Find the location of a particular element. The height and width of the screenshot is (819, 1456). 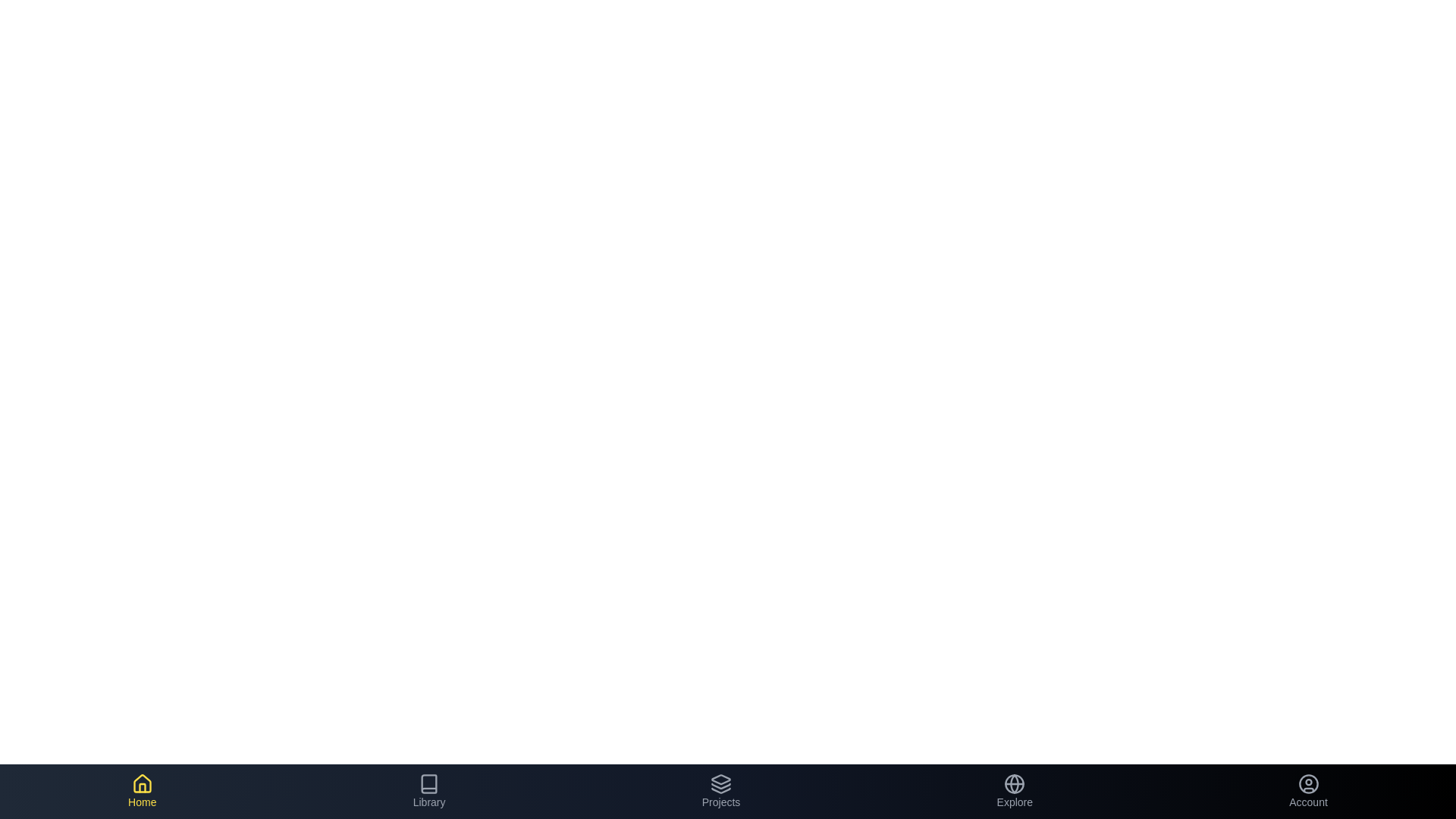

the Account tab to navigate to its section is located at coordinates (1307, 791).